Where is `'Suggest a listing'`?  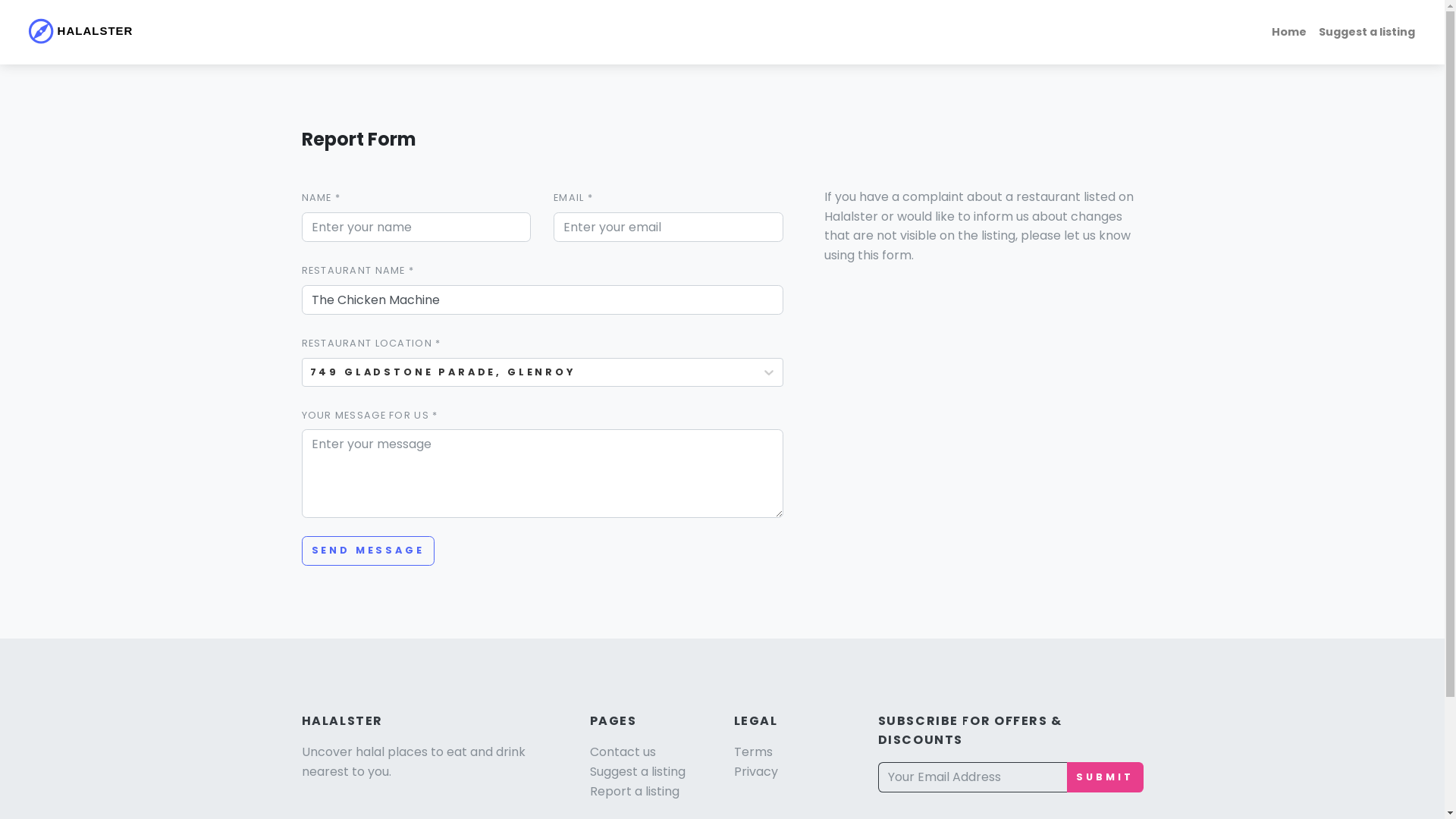 'Suggest a listing' is located at coordinates (637, 771).